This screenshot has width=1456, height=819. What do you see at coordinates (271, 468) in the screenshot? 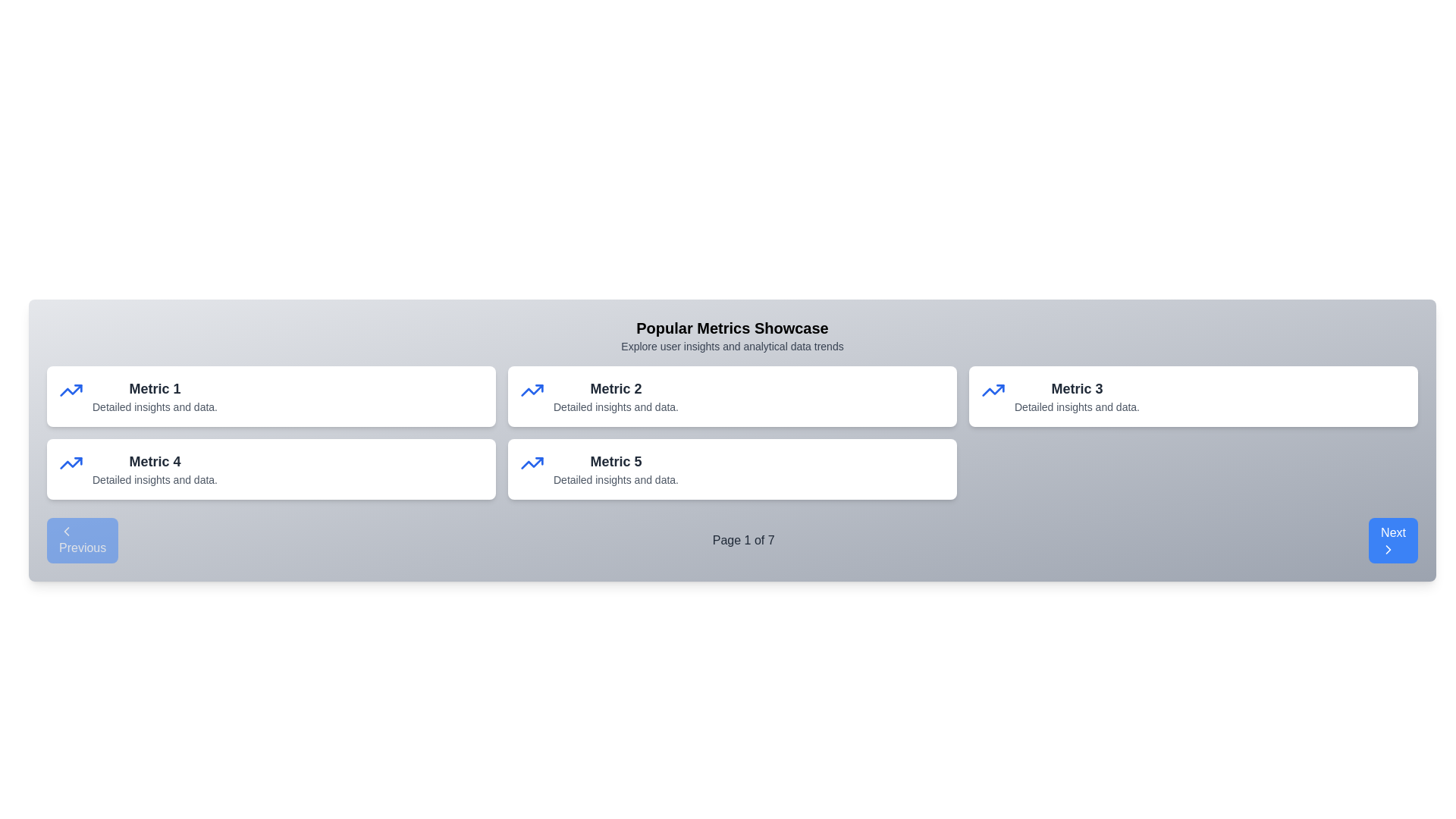
I see `the card UI element displaying the title 'Metric 4', located in the second row, first column of the grid layout, positioned below 'Metric 1' and to the left of 'Metric 5'` at bounding box center [271, 468].